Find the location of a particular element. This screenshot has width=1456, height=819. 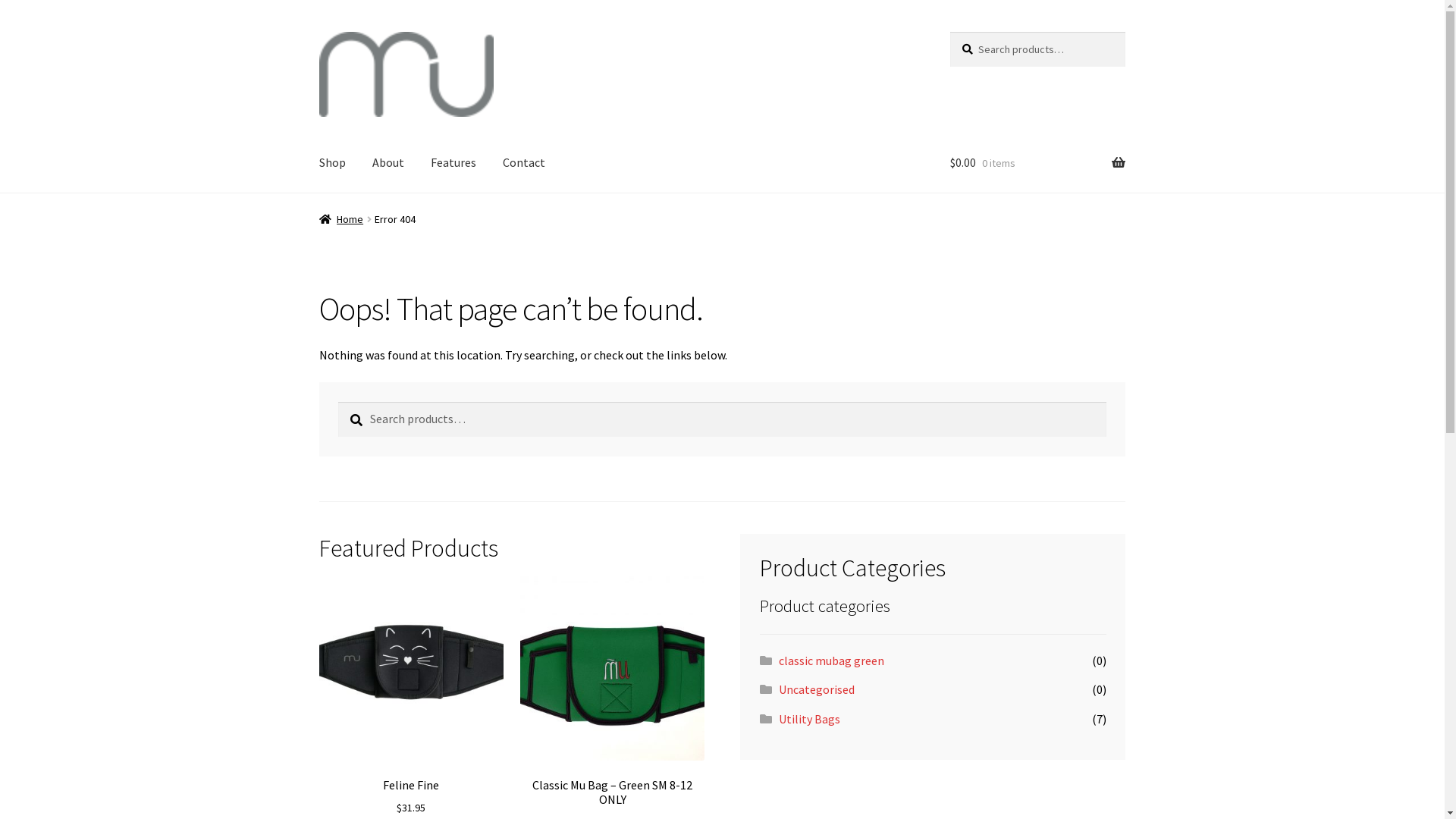

'Utility Bags' is located at coordinates (779, 718).